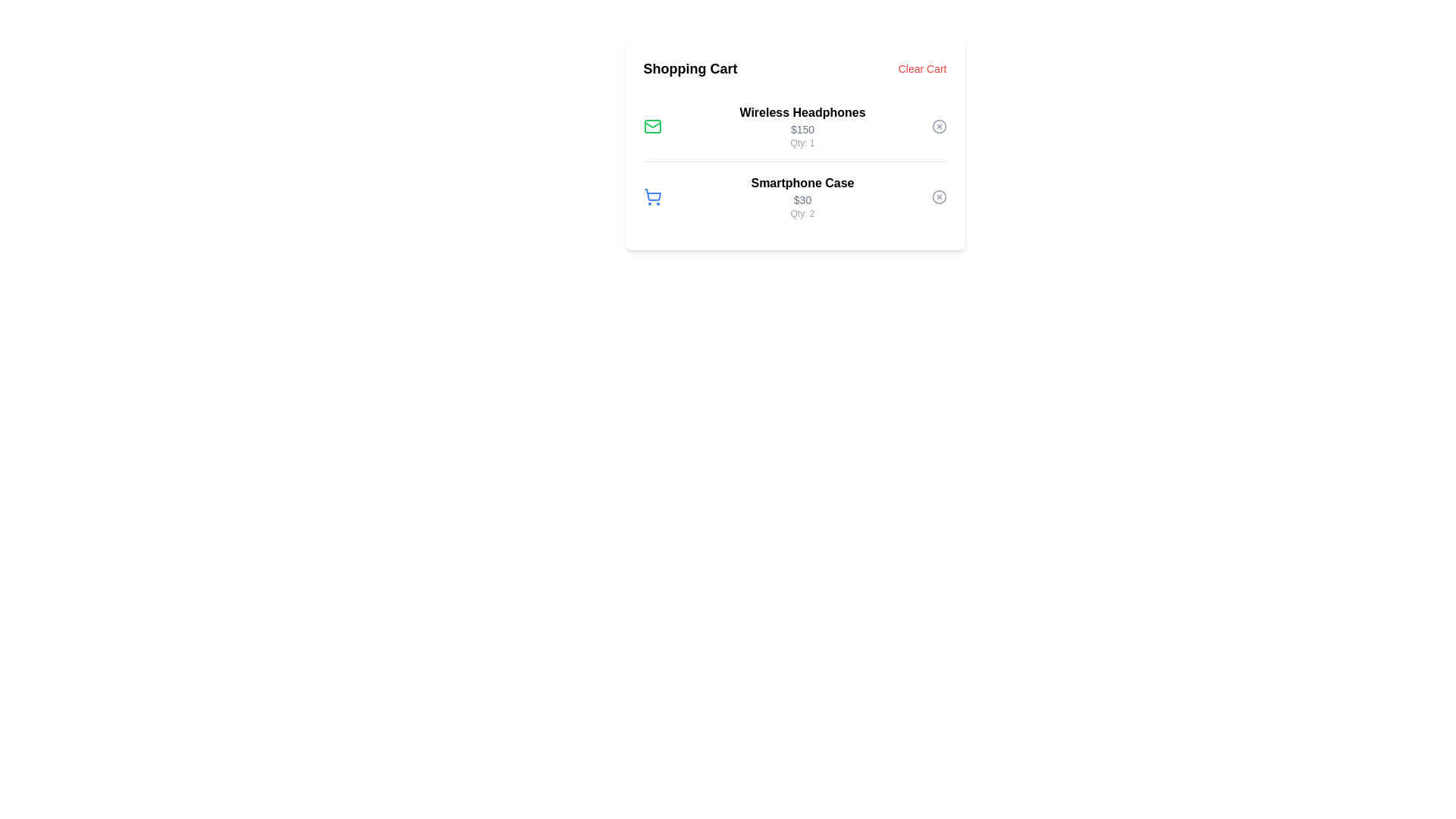  What do you see at coordinates (802, 128) in the screenshot?
I see `the static text label displaying the price '$150', which is positioned centrally below the product title 'Wireless Headphones' and above the 'Qty: 1' text in the shopping cart interface` at bounding box center [802, 128].